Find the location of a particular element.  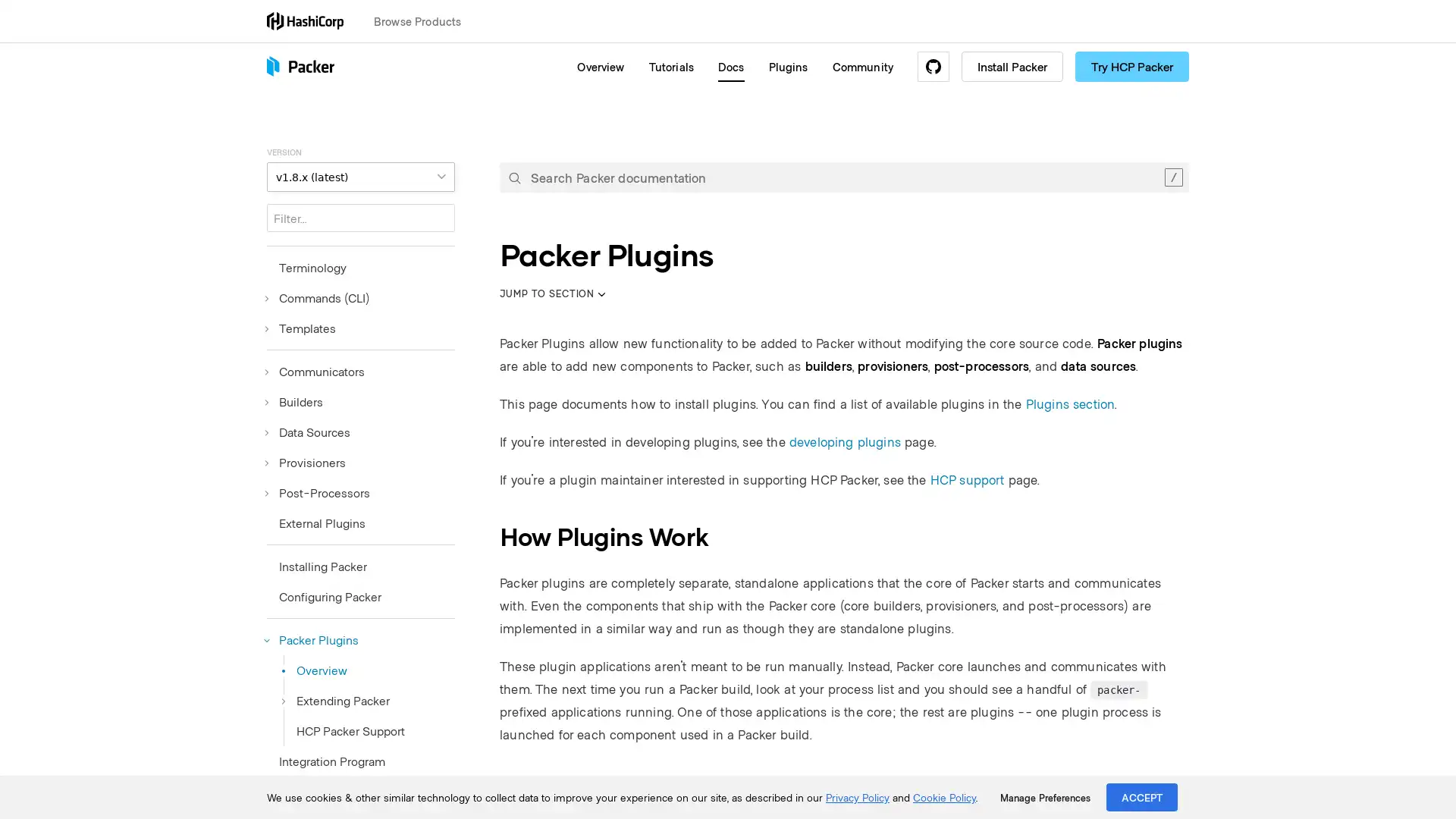

Data Sources is located at coordinates (308, 432).